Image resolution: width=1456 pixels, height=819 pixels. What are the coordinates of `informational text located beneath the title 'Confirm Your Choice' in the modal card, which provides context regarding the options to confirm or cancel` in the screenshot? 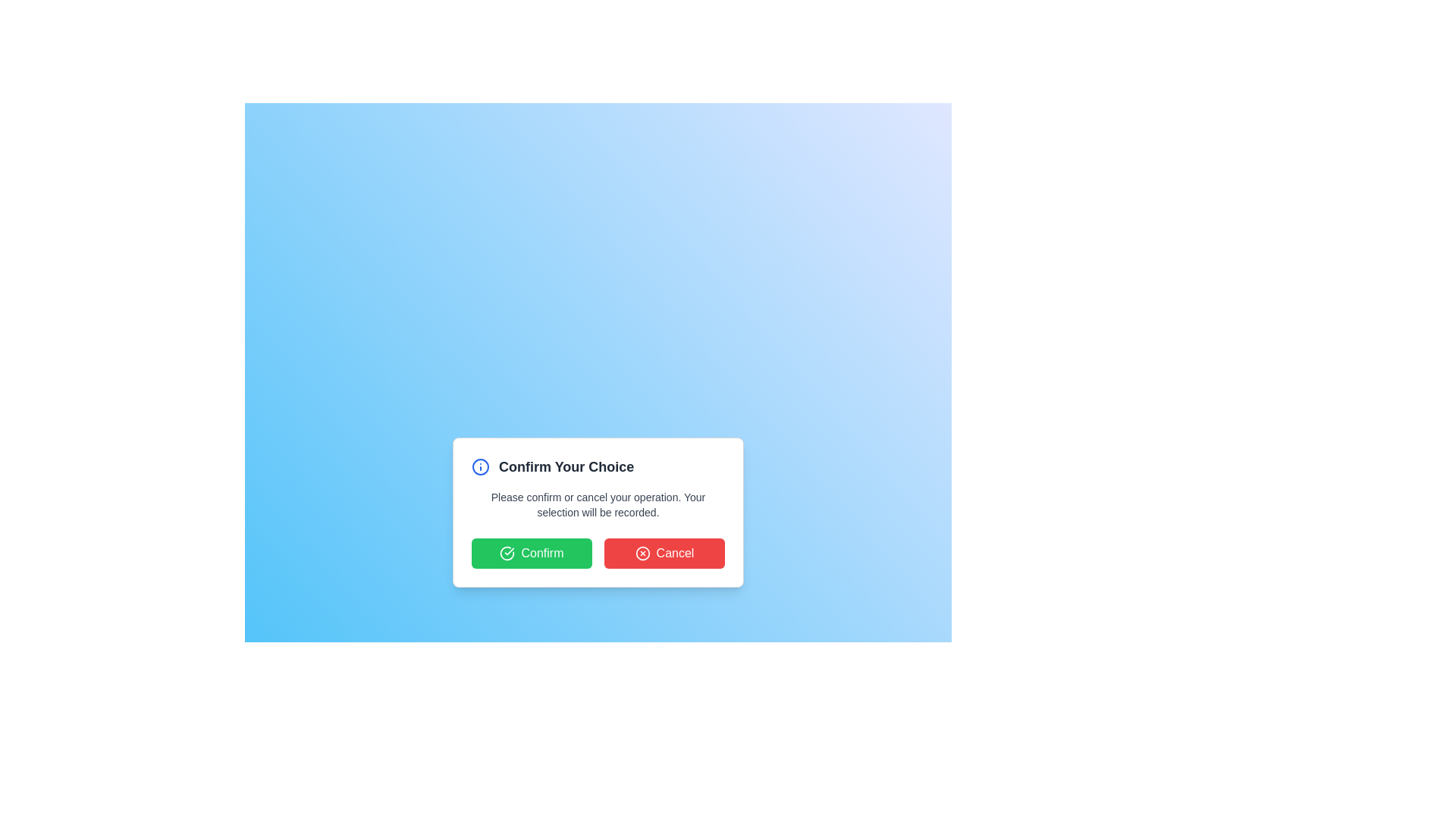 It's located at (597, 505).